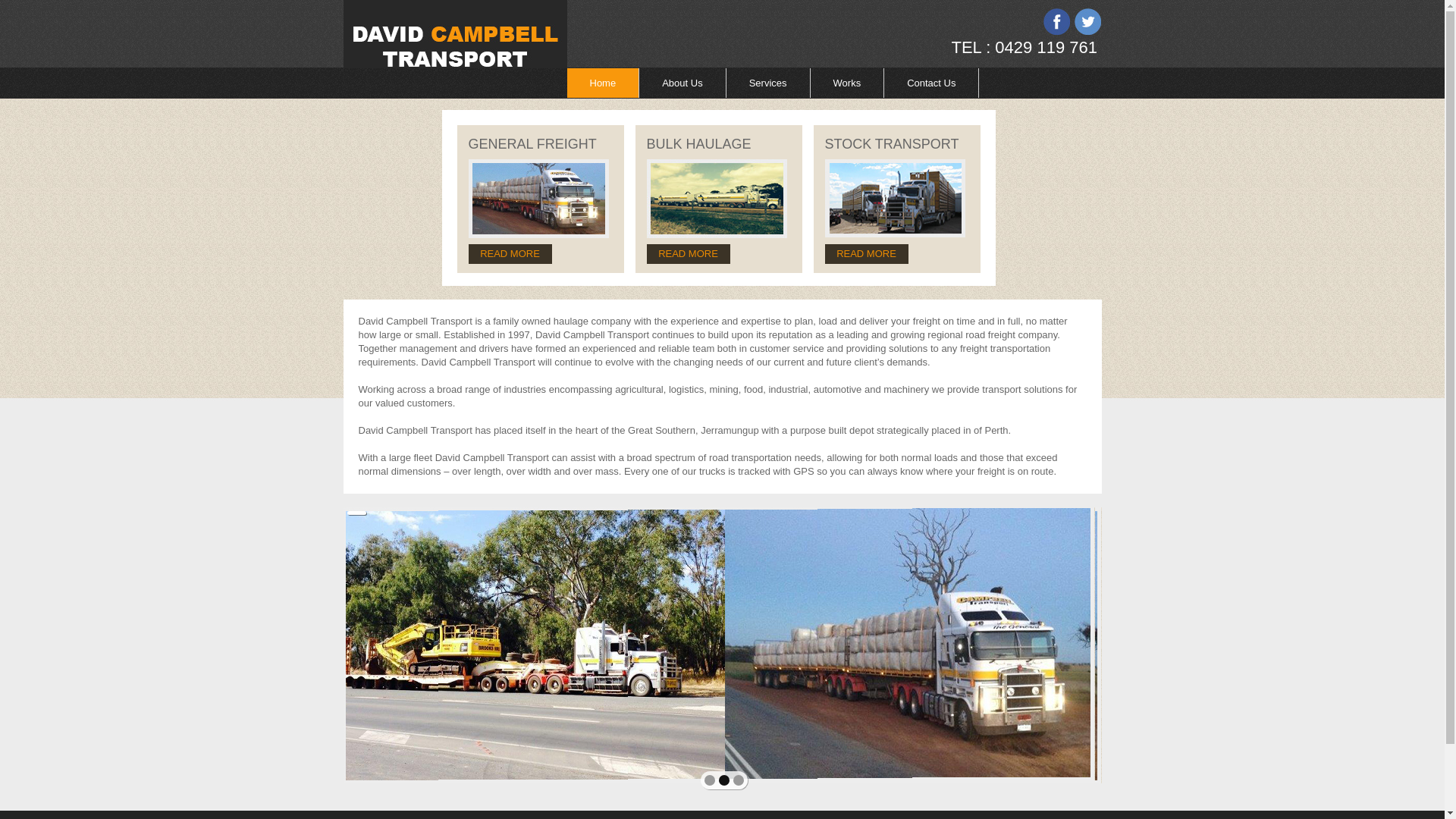  I want to click on 'About Us', so click(682, 83).